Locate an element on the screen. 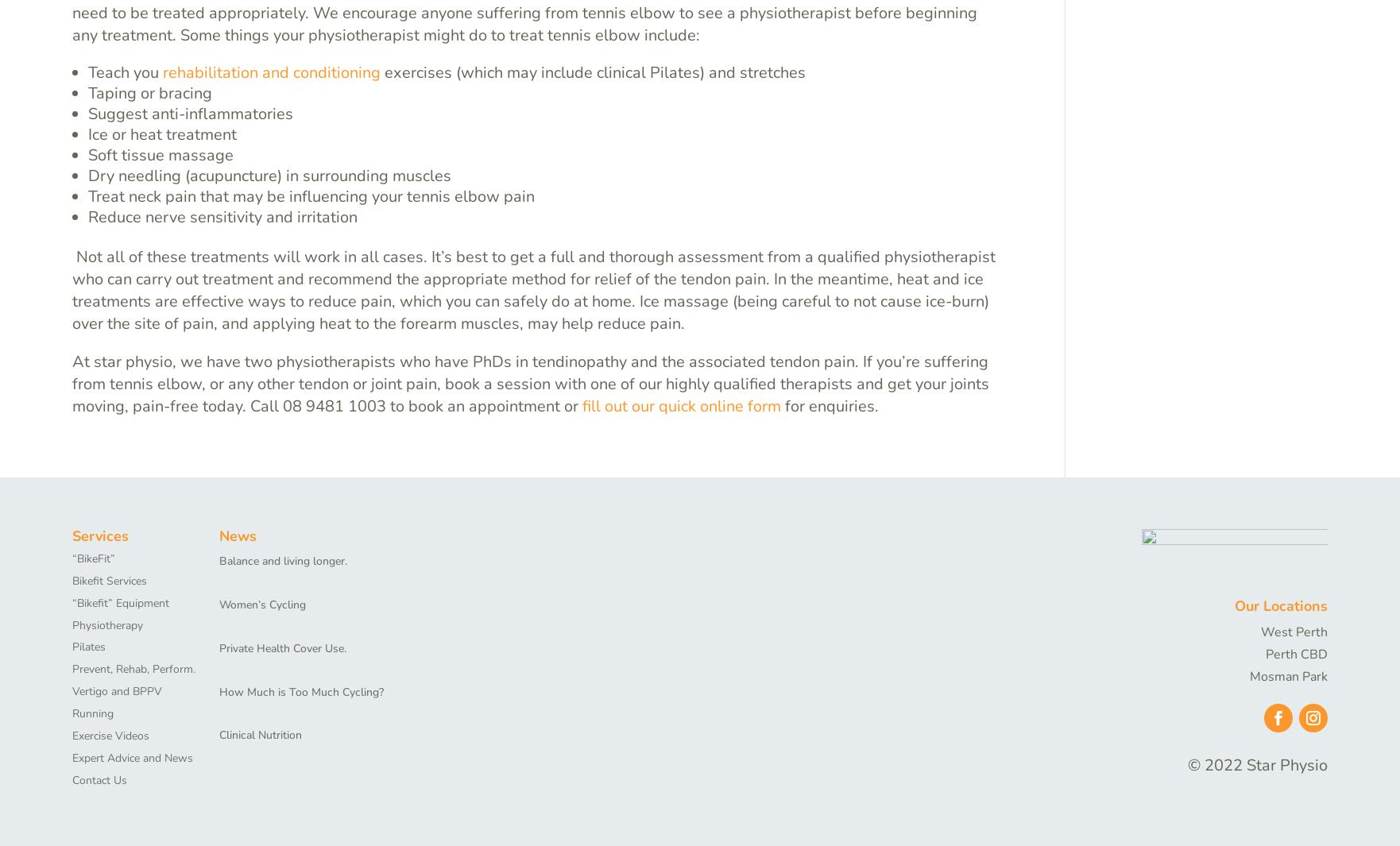  '© 2022 Star Physio' is located at coordinates (1256, 764).